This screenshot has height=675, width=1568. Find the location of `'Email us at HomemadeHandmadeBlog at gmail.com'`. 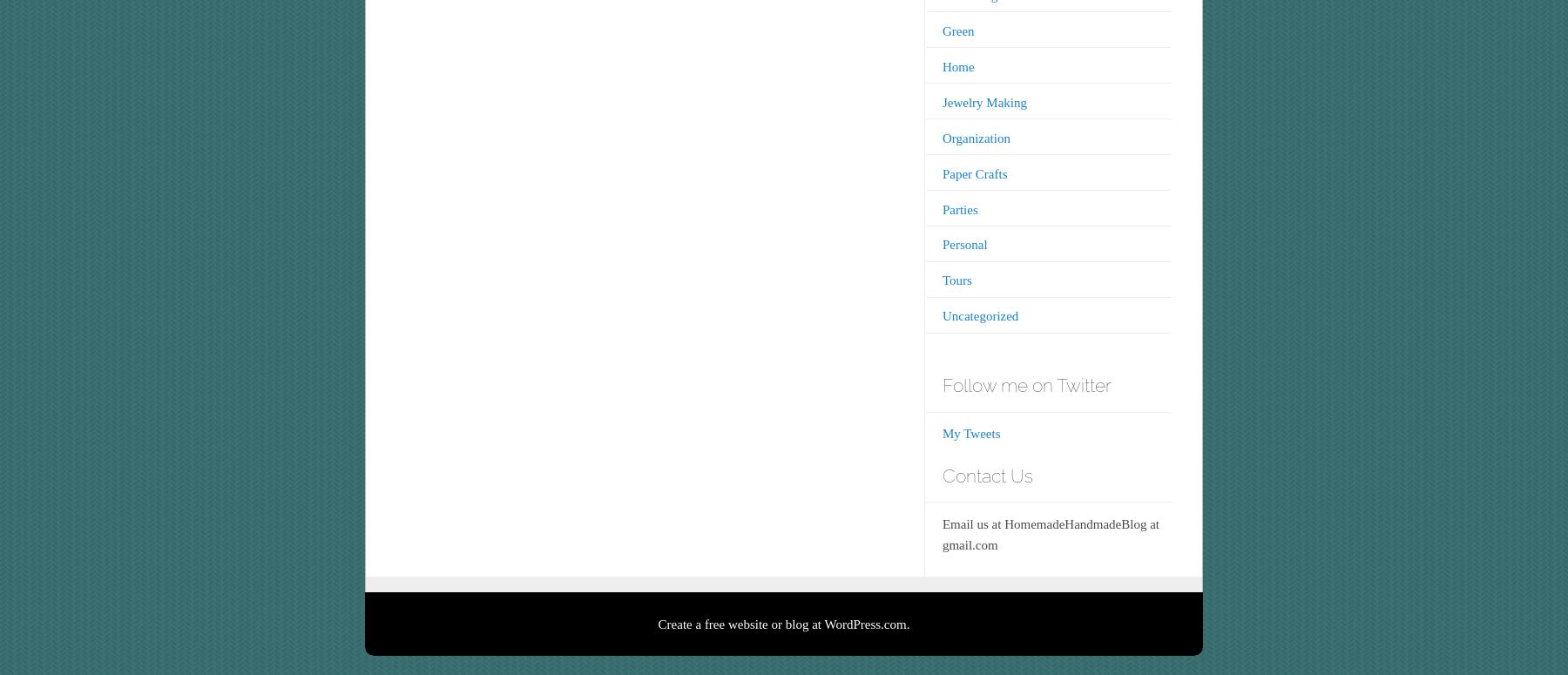

'Email us at HomemadeHandmadeBlog at gmail.com' is located at coordinates (1050, 534).